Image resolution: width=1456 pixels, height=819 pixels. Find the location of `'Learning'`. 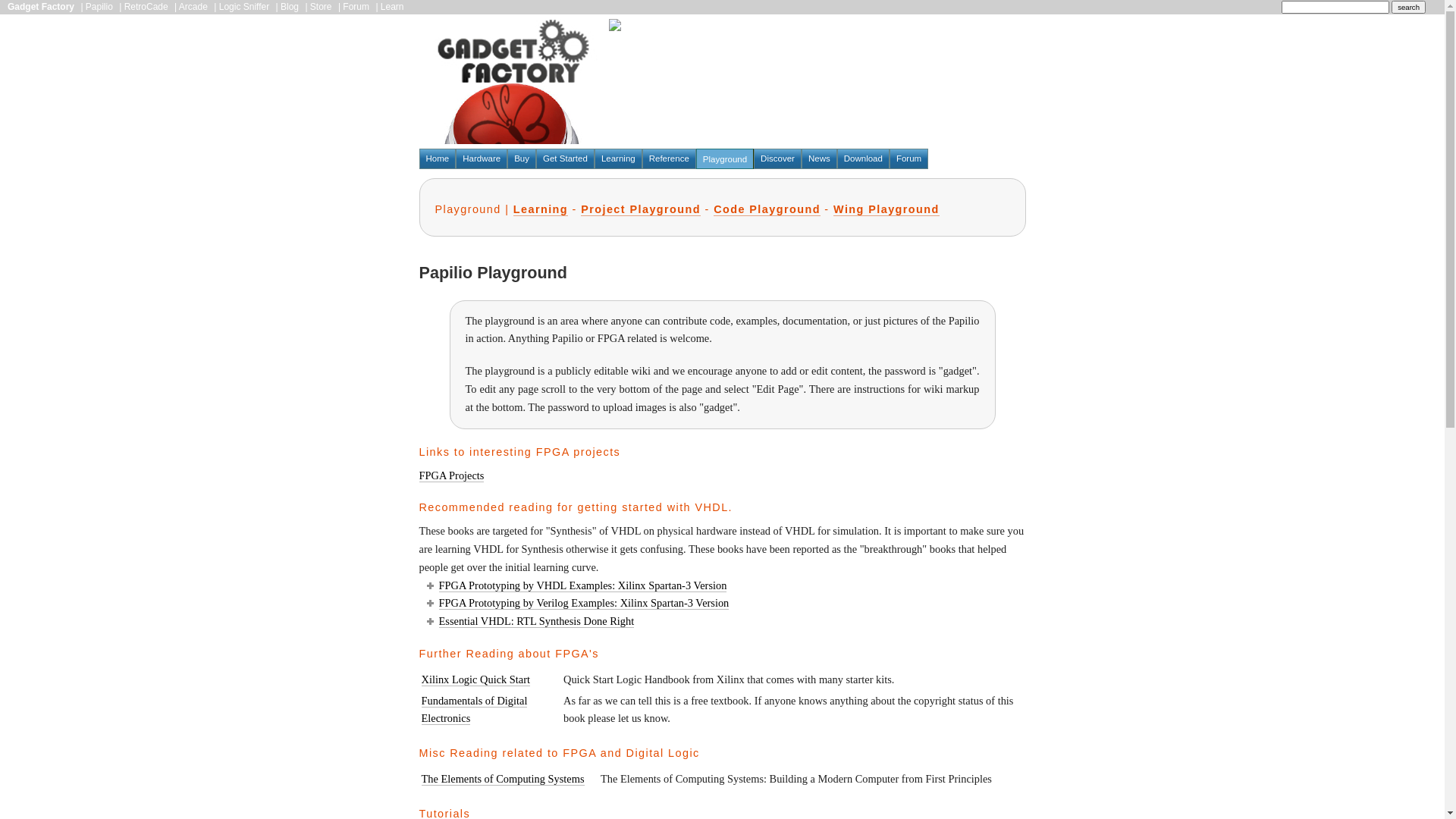

'Learning' is located at coordinates (593, 158).